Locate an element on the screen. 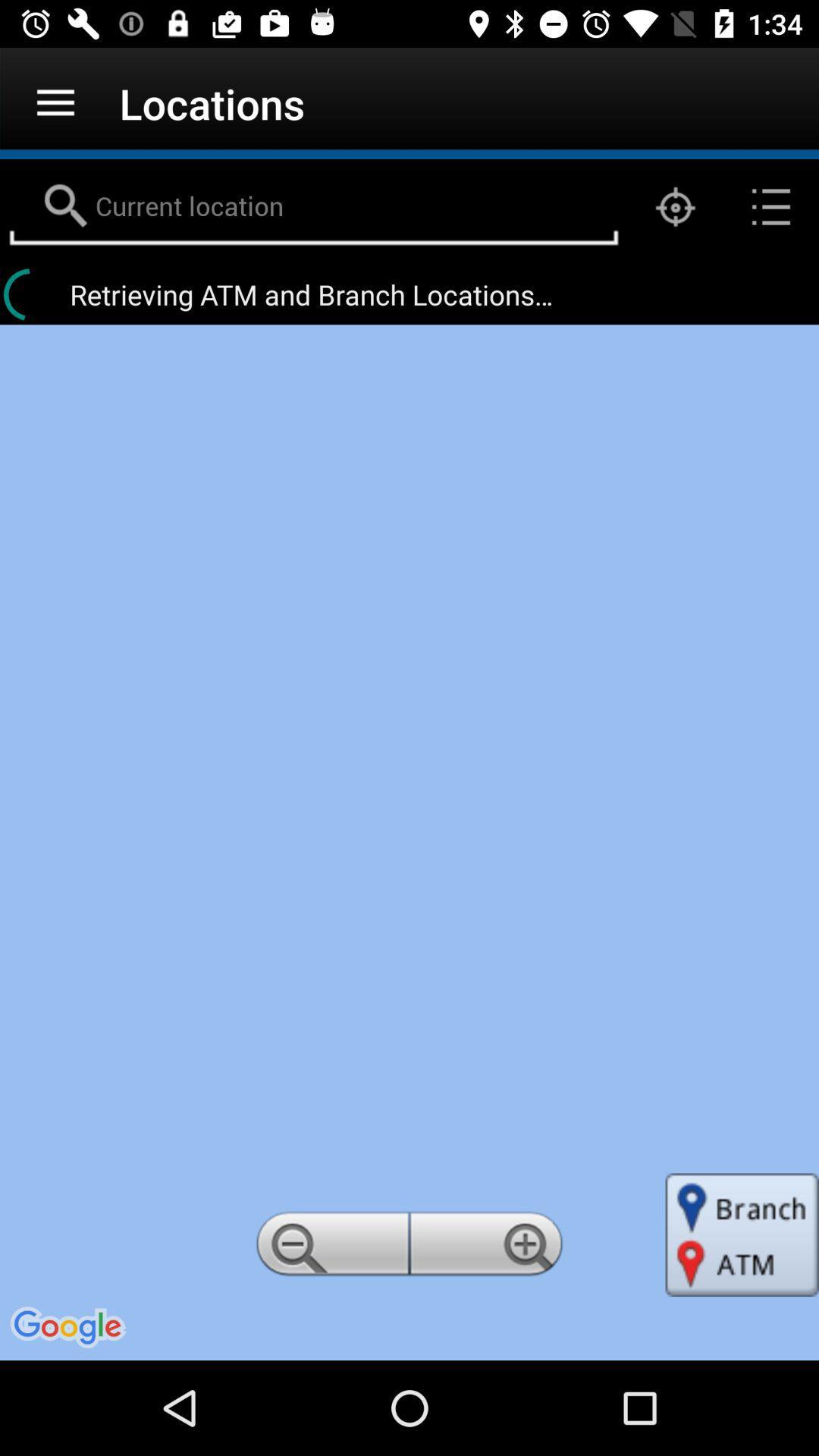 This screenshot has width=819, height=1456. the list icon is located at coordinates (771, 206).